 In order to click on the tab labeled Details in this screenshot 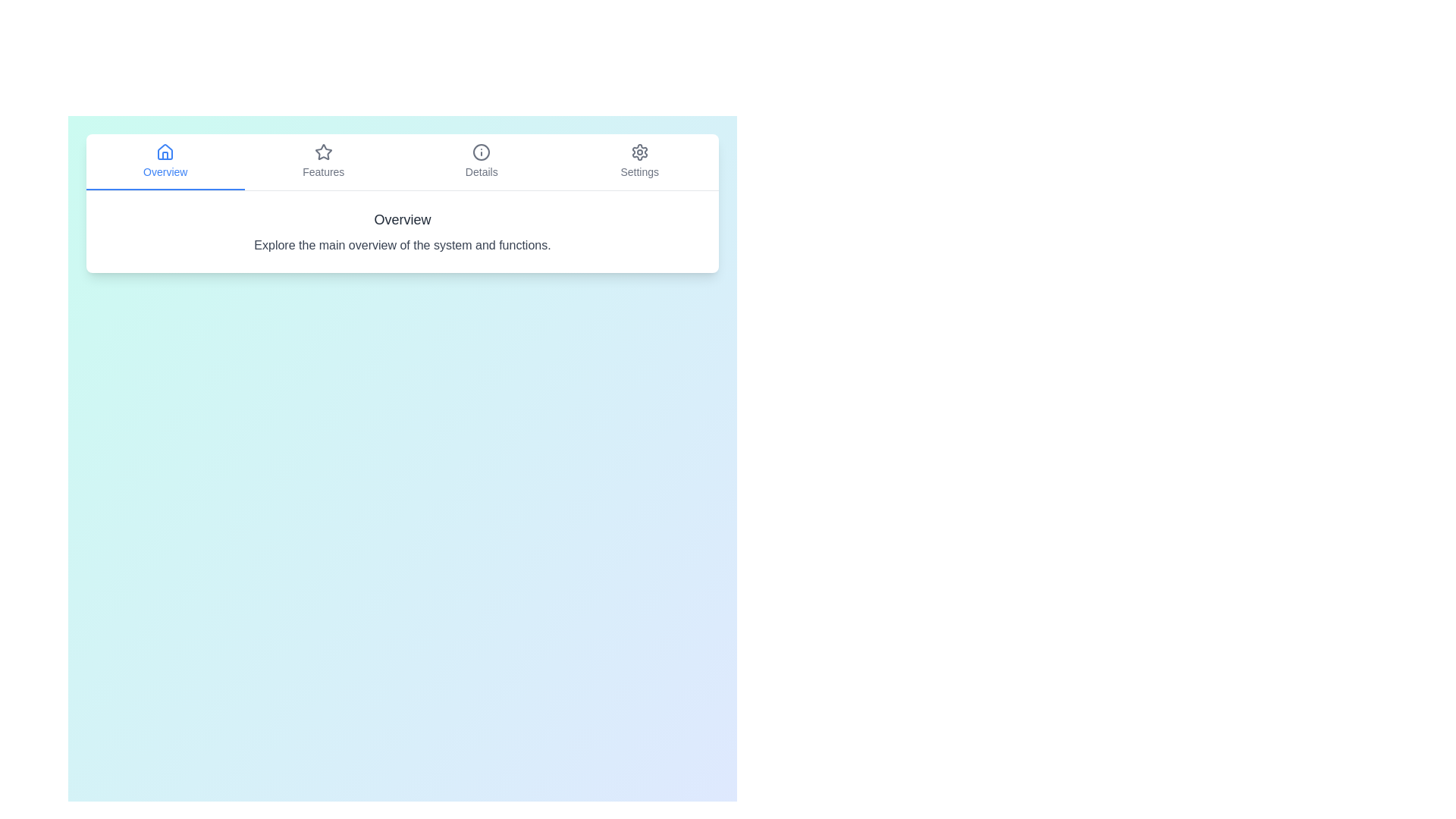, I will do `click(480, 162)`.